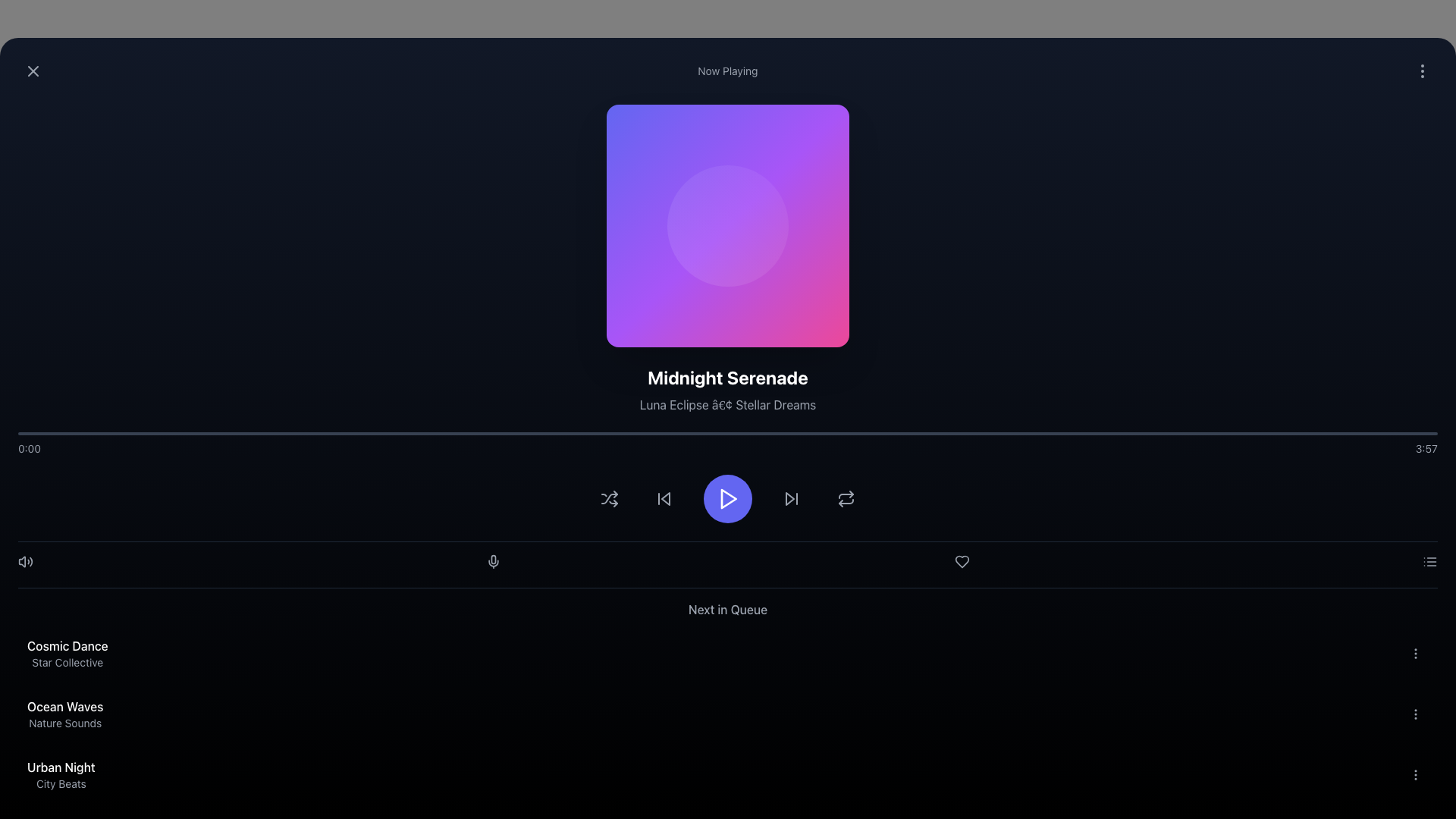 Image resolution: width=1456 pixels, height=819 pixels. I want to click on the playback progress, so click(670, 433).